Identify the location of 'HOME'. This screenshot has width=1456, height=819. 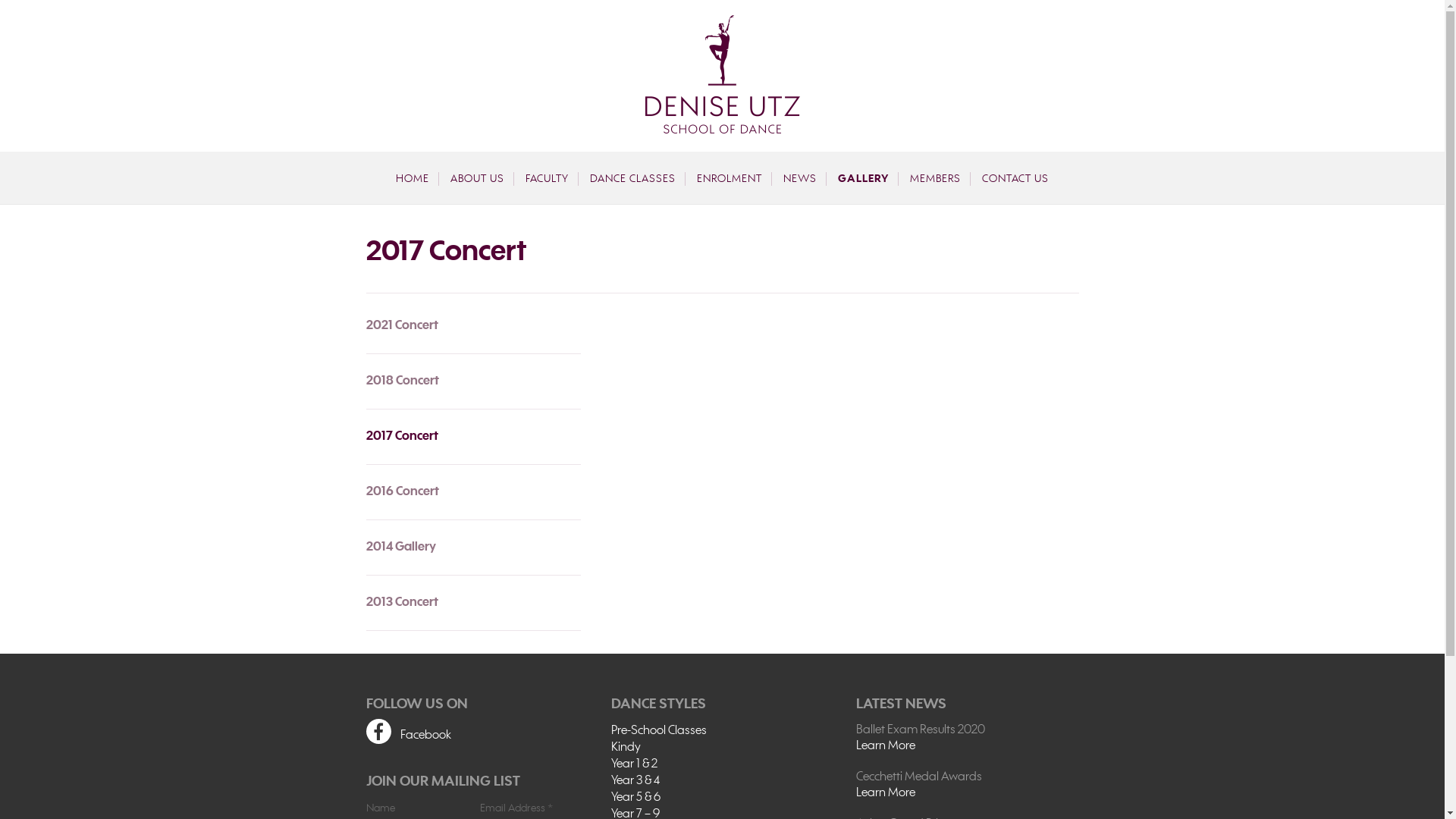
(386, 177).